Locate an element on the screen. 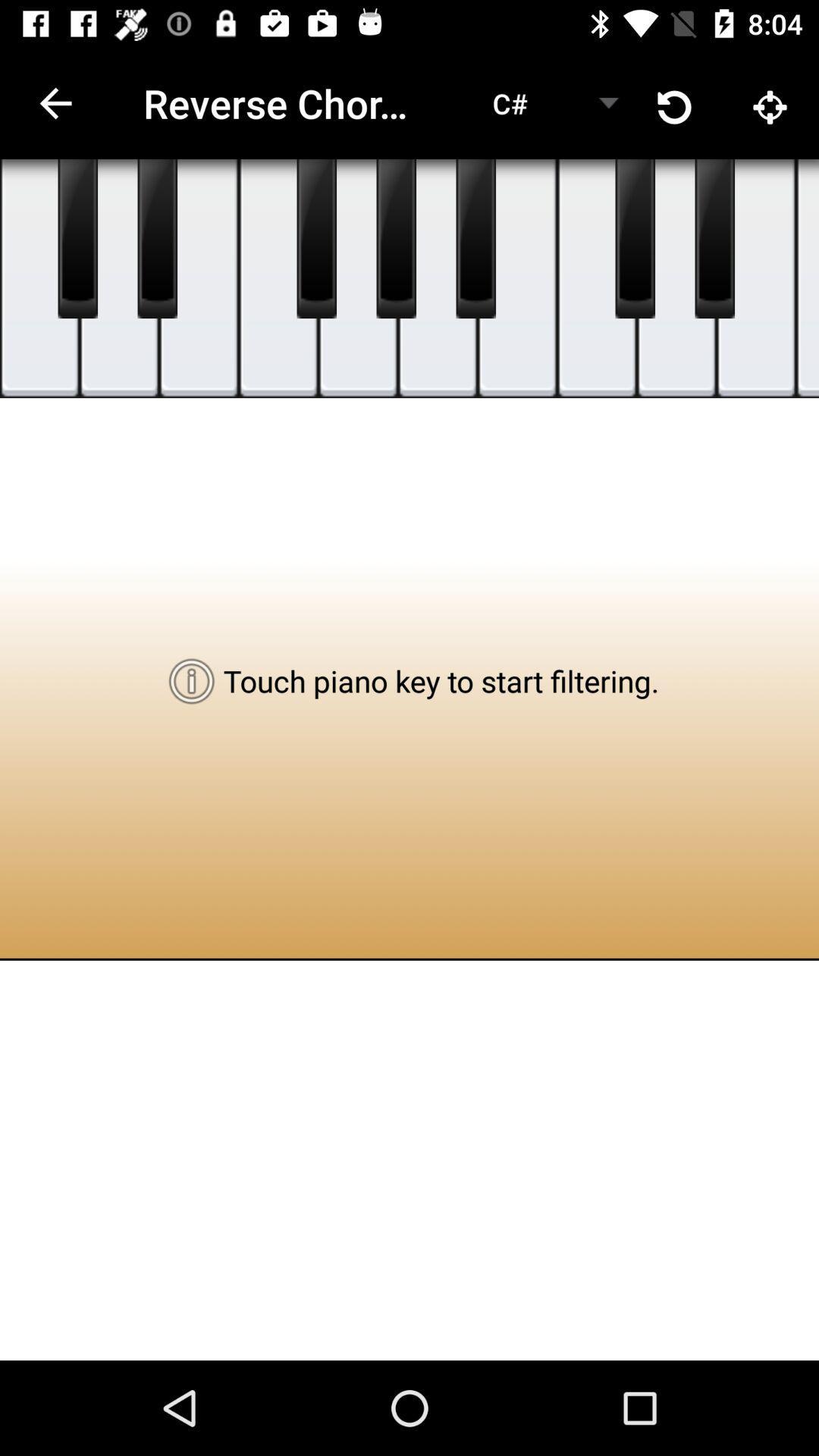 The width and height of the screenshot is (819, 1456). the icon below c# item is located at coordinates (438, 278).